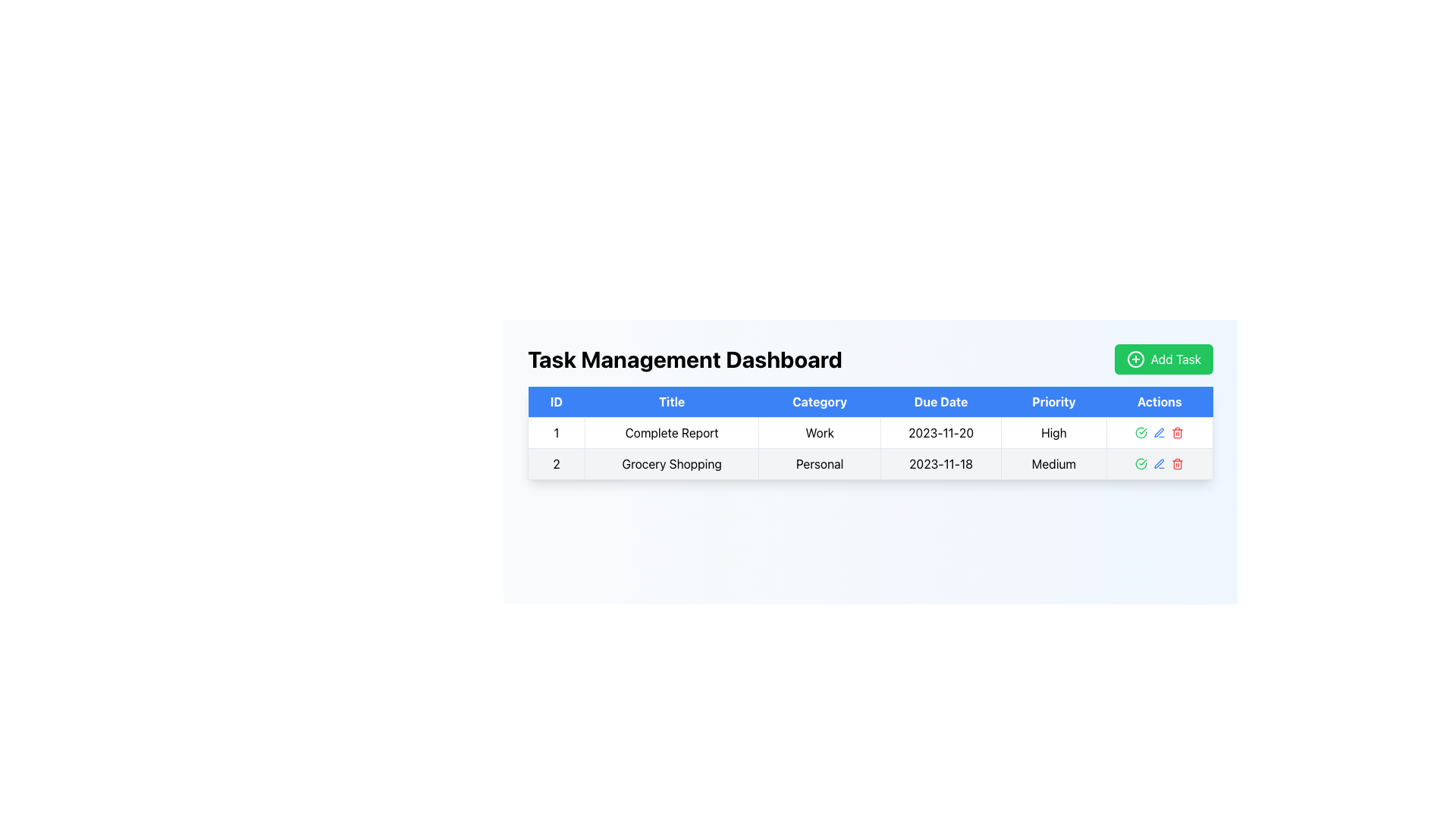  What do you see at coordinates (1159, 432) in the screenshot?
I see `the pen icon button in the 'Actions' column for the second task entry to change its color` at bounding box center [1159, 432].